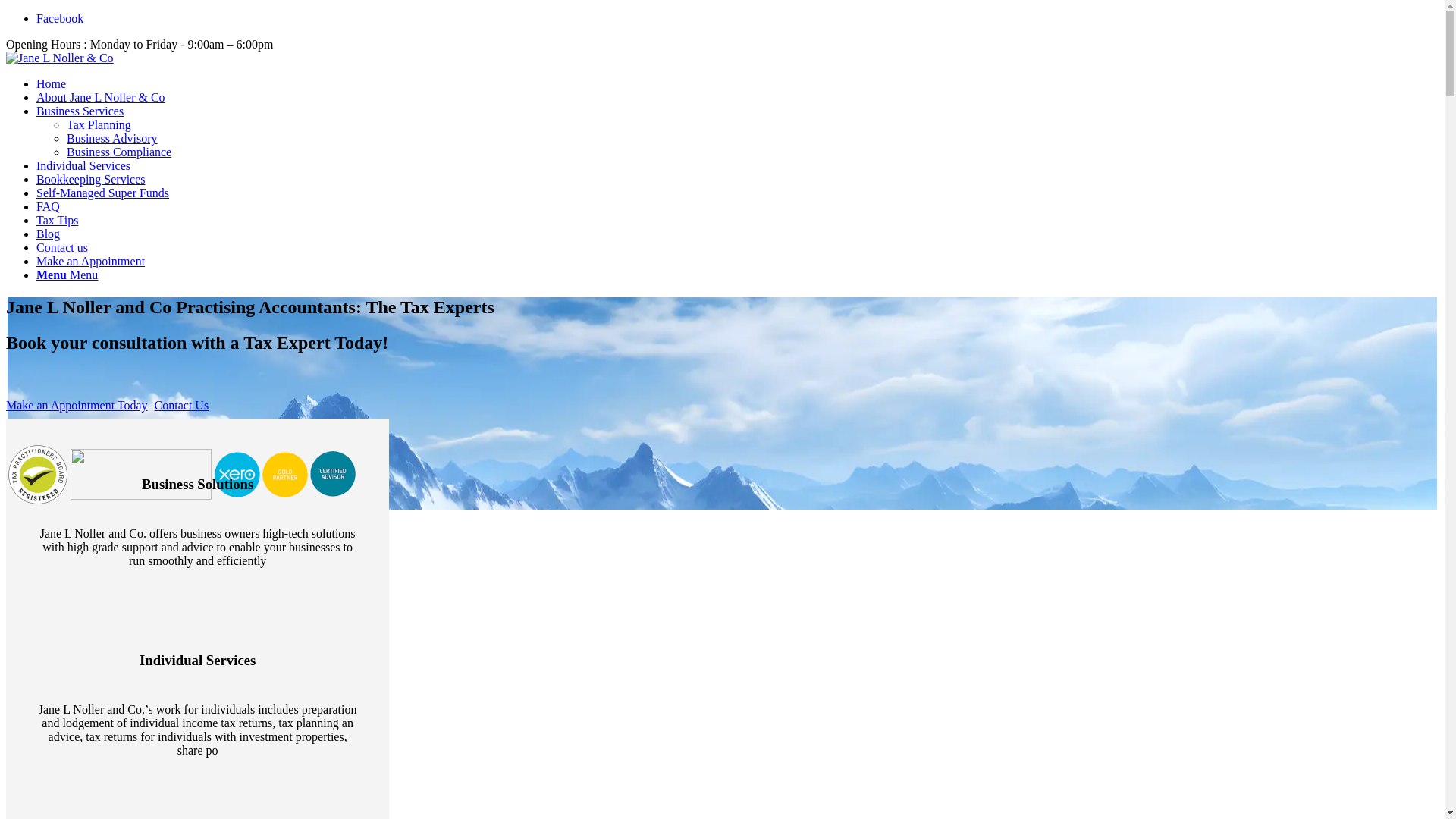 The width and height of the screenshot is (1456, 819). Describe the element at coordinates (57, 220) in the screenshot. I see `'Tax Tips'` at that location.